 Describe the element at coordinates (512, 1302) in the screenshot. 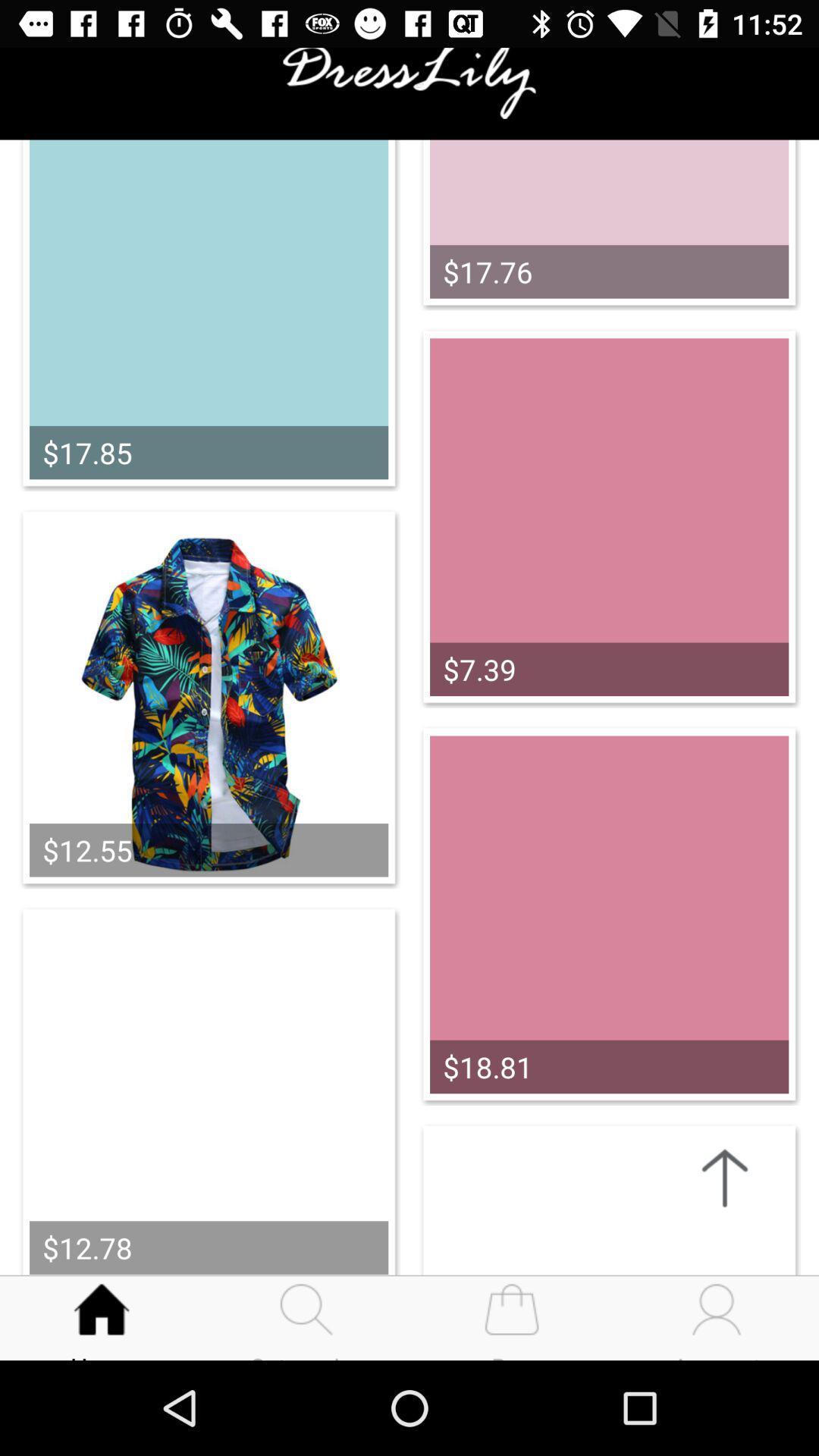

I see `the third icon on bottom` at that location.